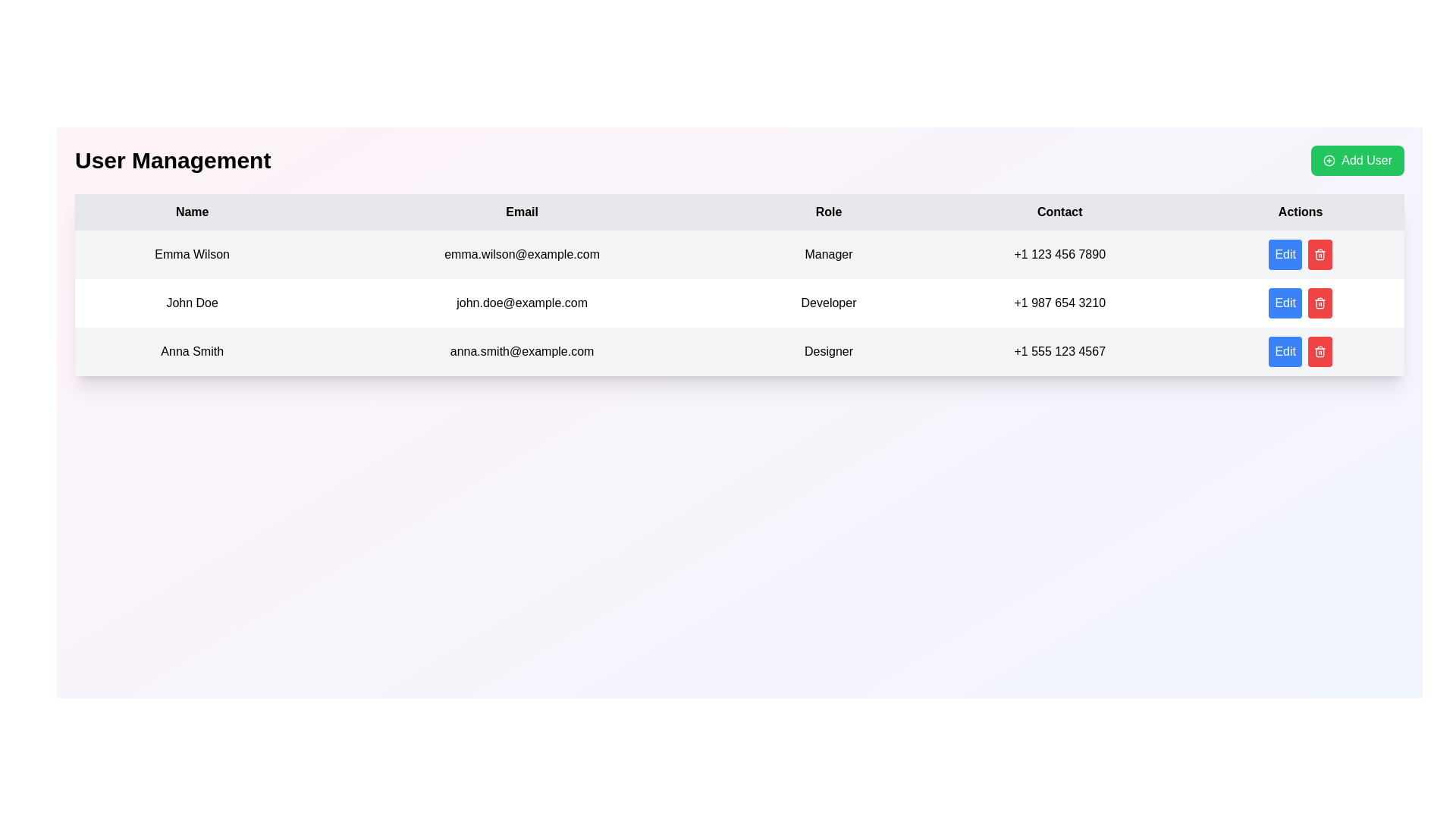 The image size is (1456, 819). Describe the element at coordinates (1300, 212) in the screenshot. I see `the column header in the table that indicates action buttons for each row, positioned at the far right of the header row` at that location.